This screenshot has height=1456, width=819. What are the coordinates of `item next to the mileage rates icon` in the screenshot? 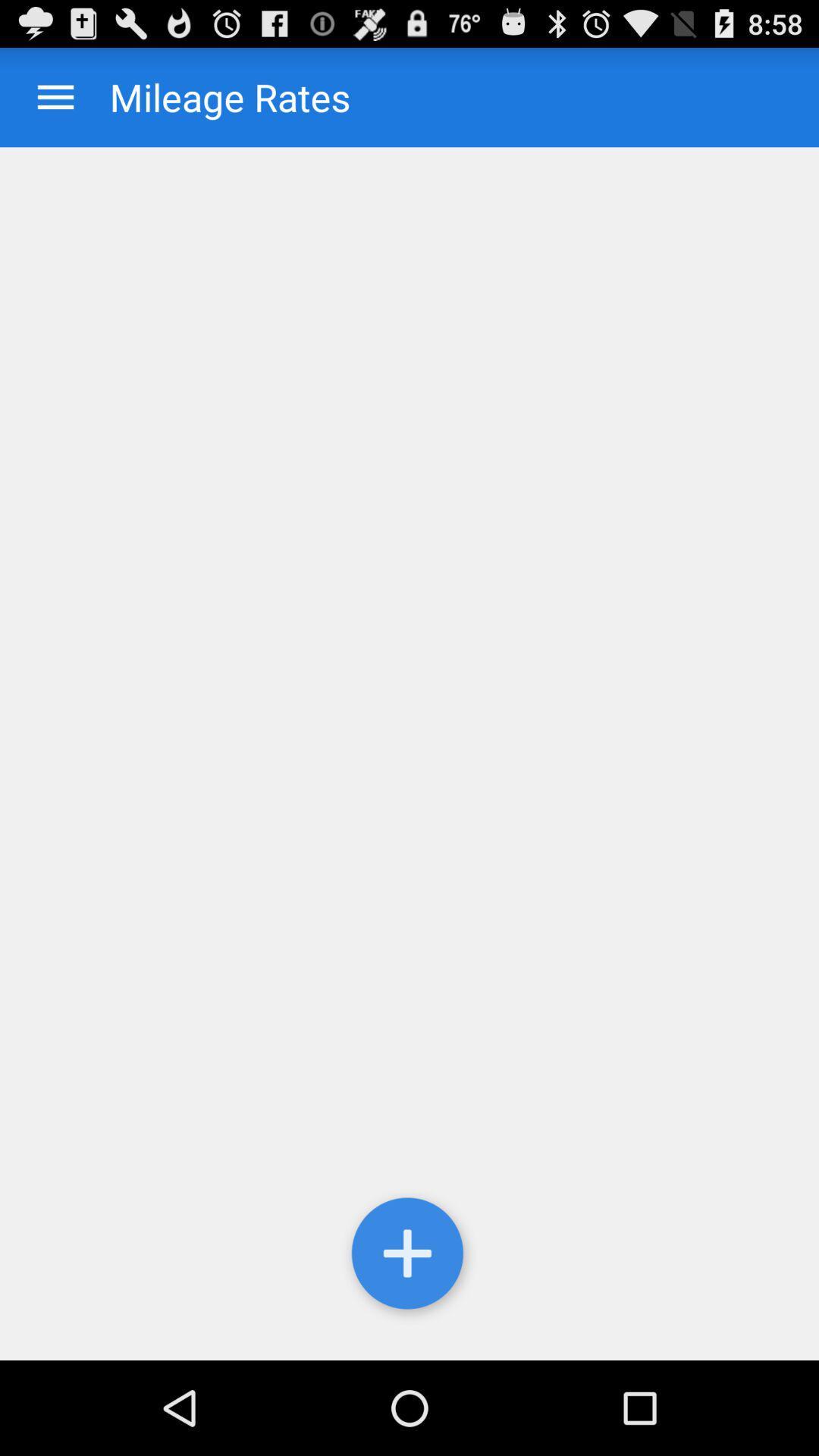 It's located at (55, 96).